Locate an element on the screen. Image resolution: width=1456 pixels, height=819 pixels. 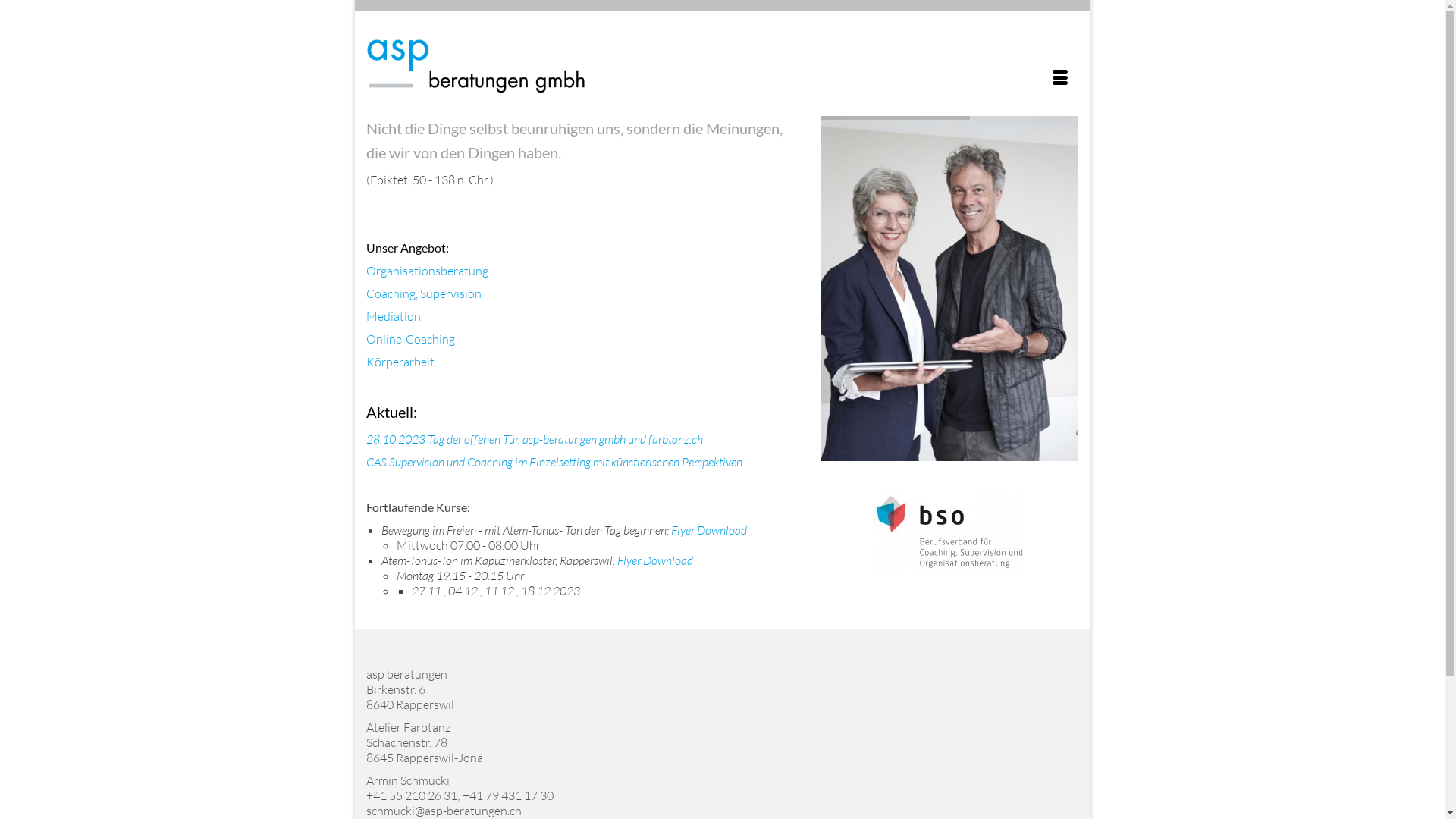
'Supervision' is located at coordinates (450, 293).